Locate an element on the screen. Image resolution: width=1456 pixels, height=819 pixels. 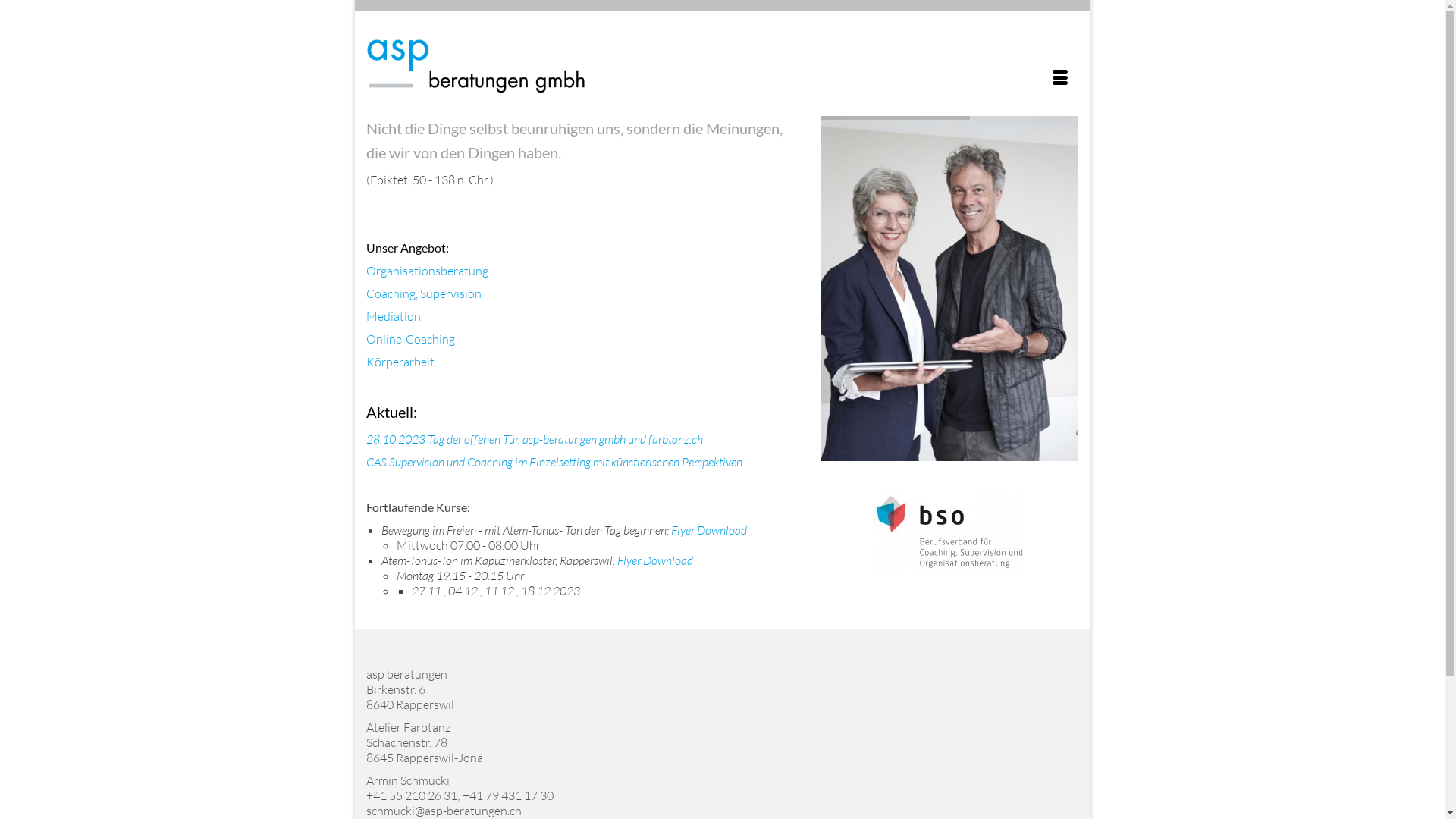
'Supervision' is located at coordinates (450, 293).